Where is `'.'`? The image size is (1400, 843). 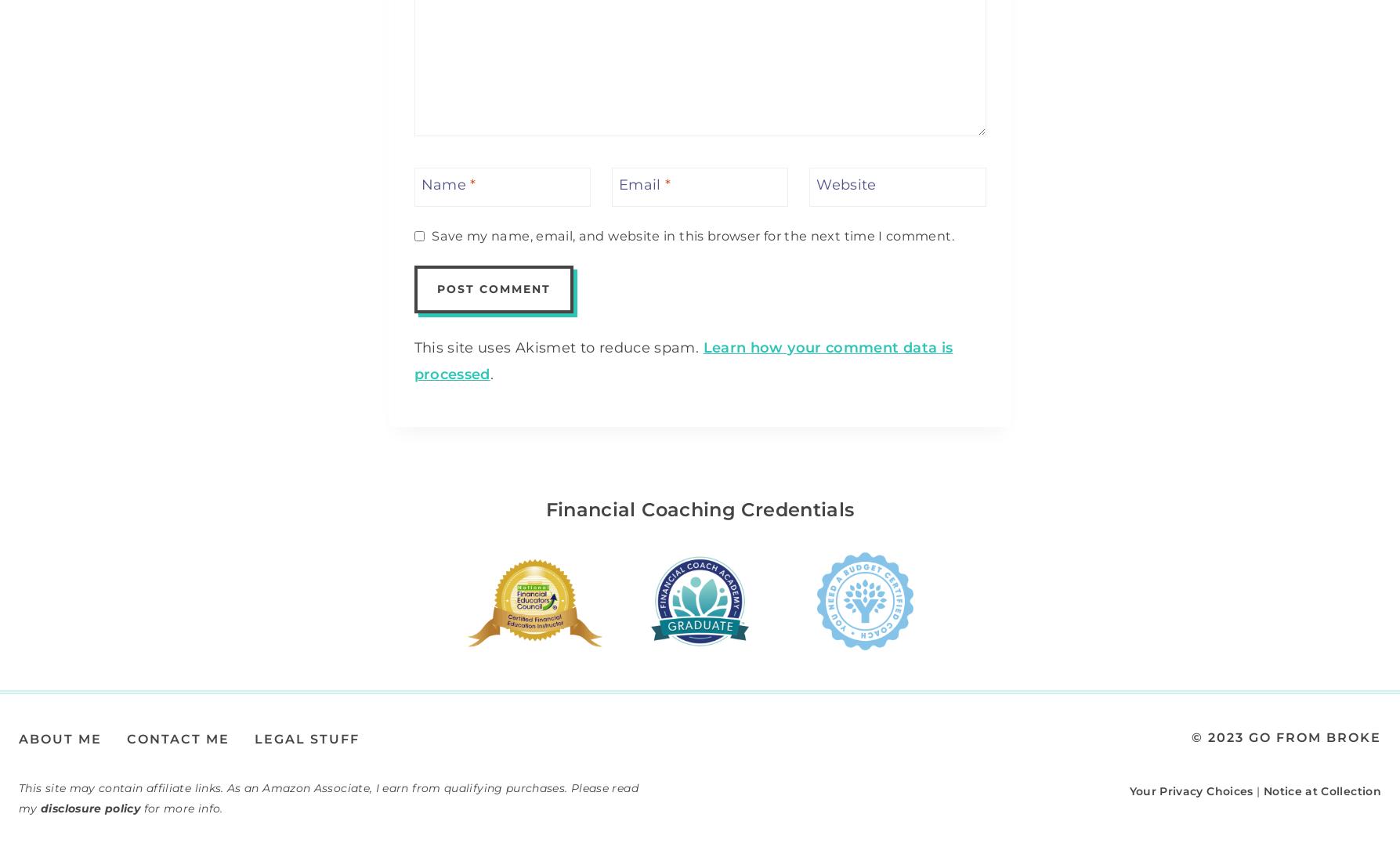
'.' is located at coordinates (488, 372).